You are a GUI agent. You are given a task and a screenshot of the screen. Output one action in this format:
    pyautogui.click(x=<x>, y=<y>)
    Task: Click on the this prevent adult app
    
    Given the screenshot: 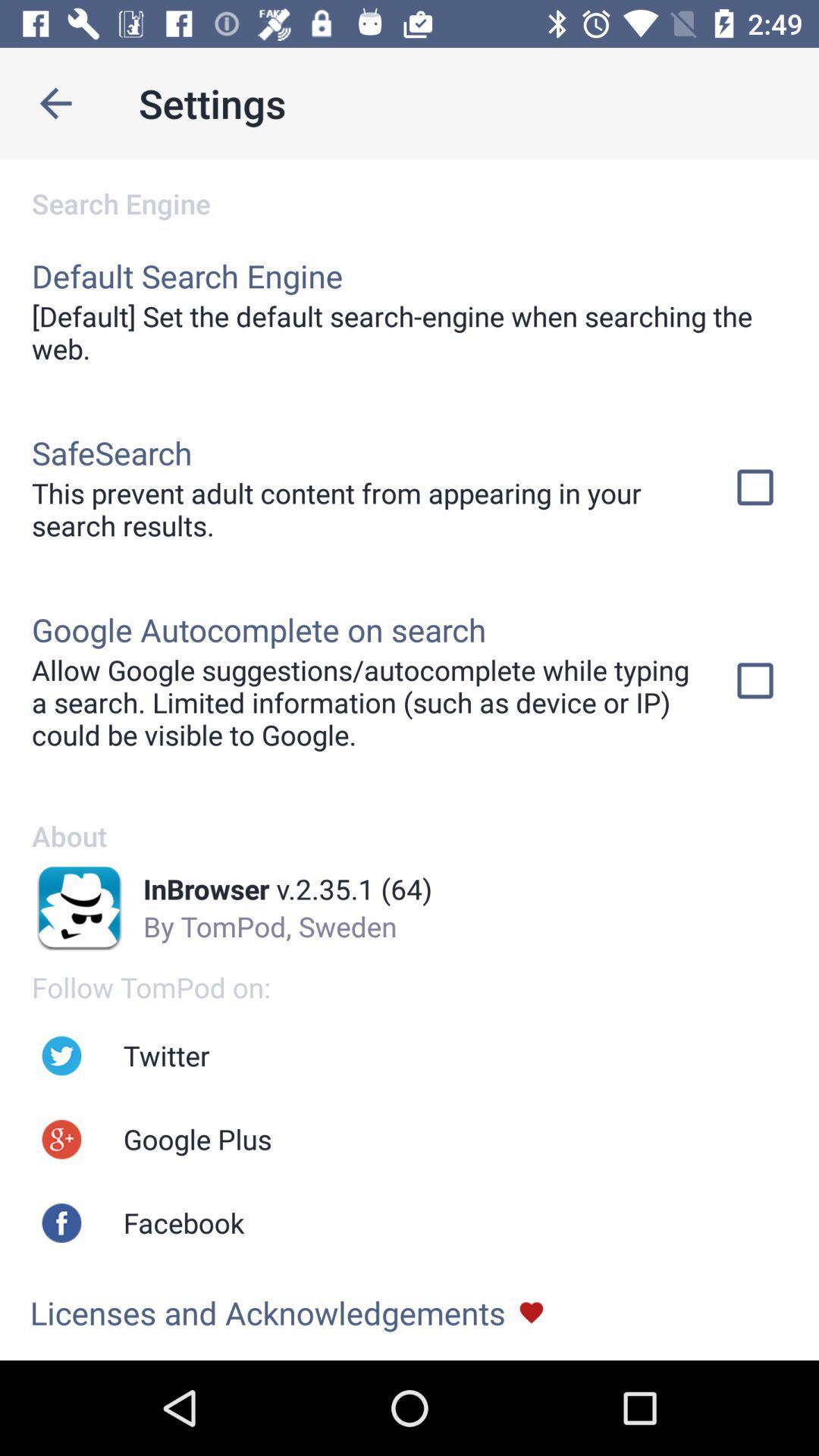 What is the action you would take?
    pyautogui.click(x=362, y=509)
    